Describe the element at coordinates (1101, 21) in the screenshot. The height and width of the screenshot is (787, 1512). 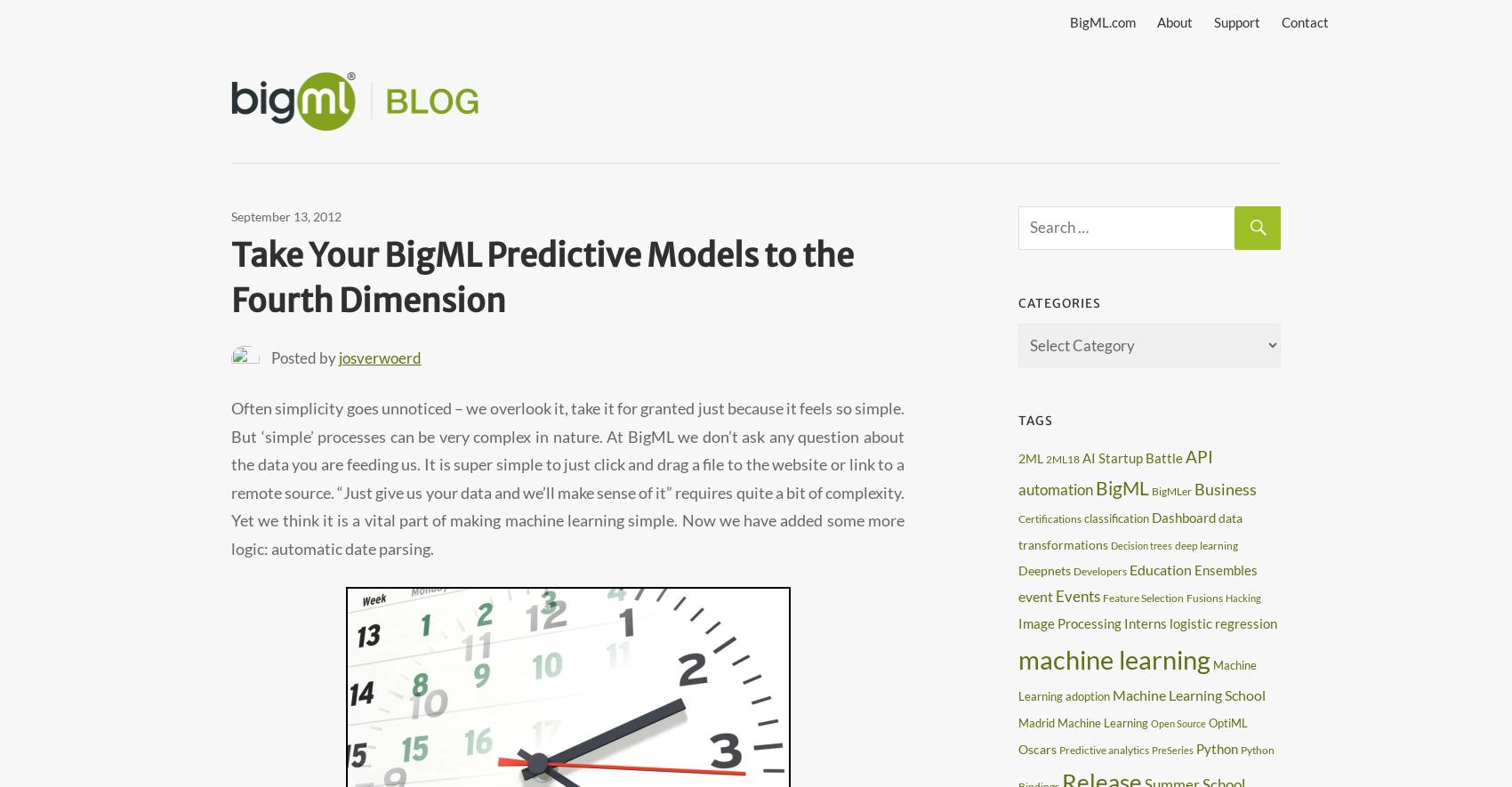
I see `'BigML.com'` at that location.